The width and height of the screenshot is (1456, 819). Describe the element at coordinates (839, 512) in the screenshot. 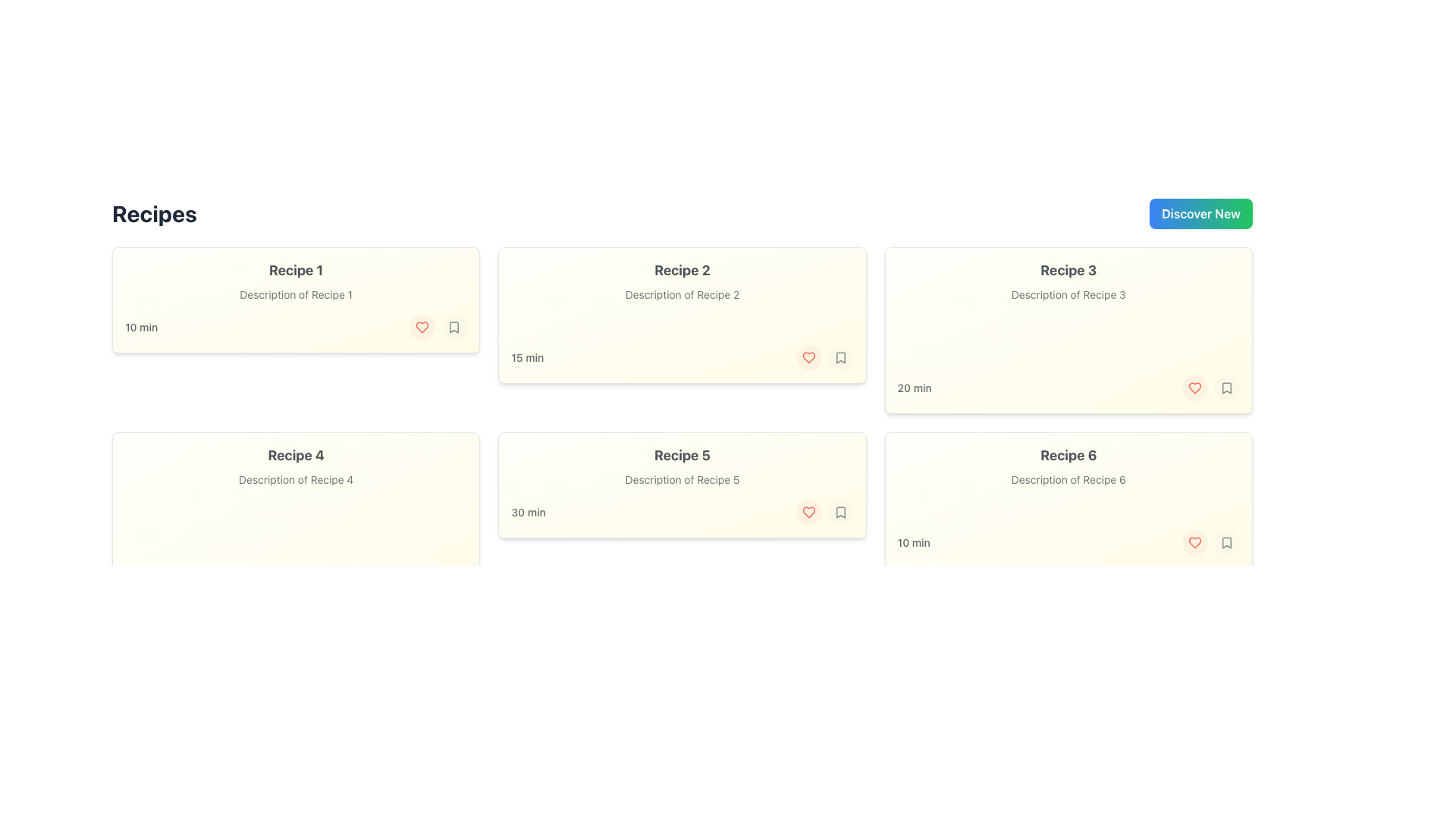

I see `the bookmark-shaped icon located in the bottom-right corner of the 'Recipe 5' card, positioned to the right of the heart-shaped icon` at that location.